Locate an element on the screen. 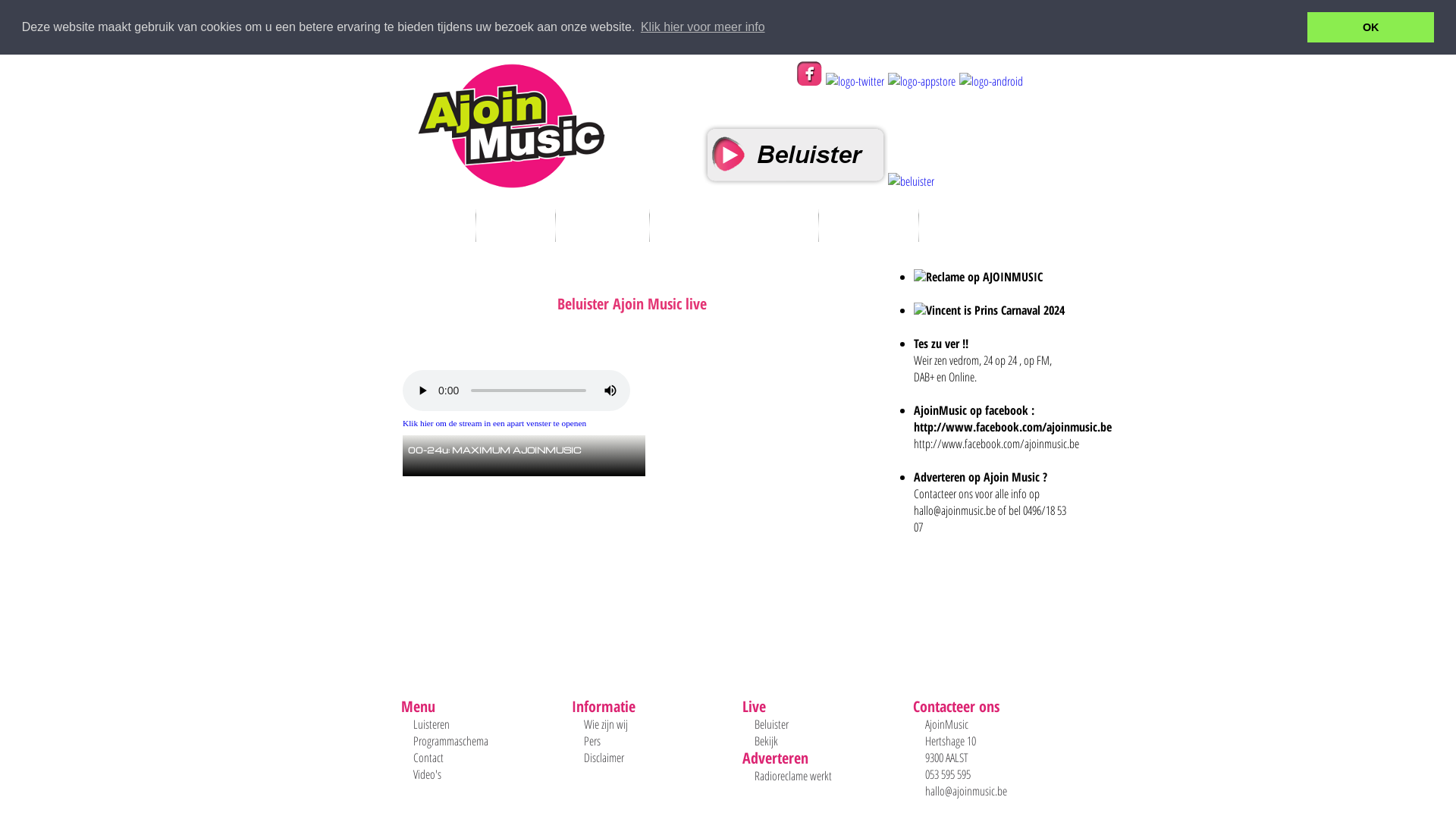 The width and height of the screenshot is (1456, 819). 'OK' is located at coordinates (1370, 27).